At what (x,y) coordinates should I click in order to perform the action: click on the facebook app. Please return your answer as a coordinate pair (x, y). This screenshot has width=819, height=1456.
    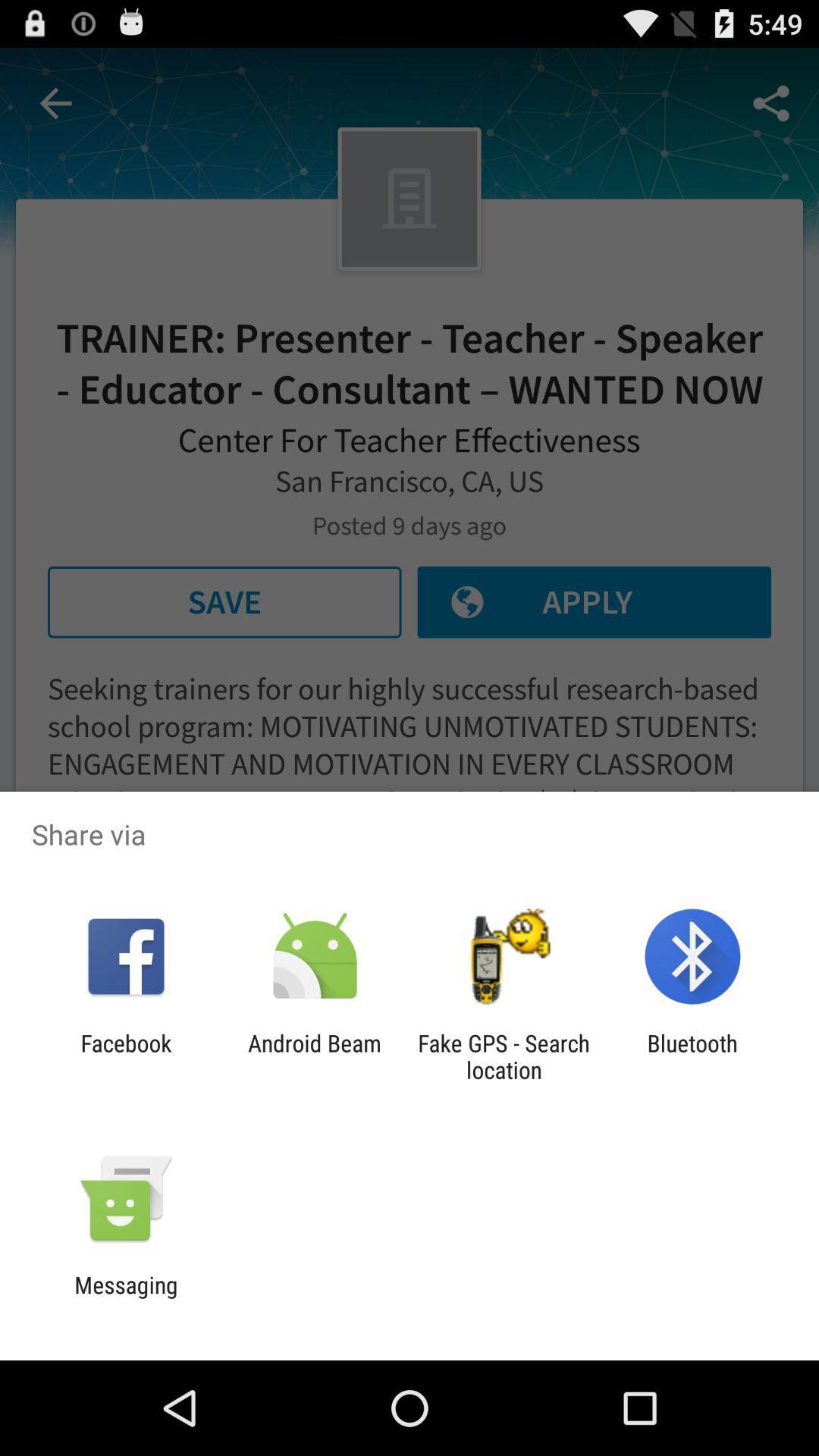
    Looking at the image, I should click on (125, 1056).